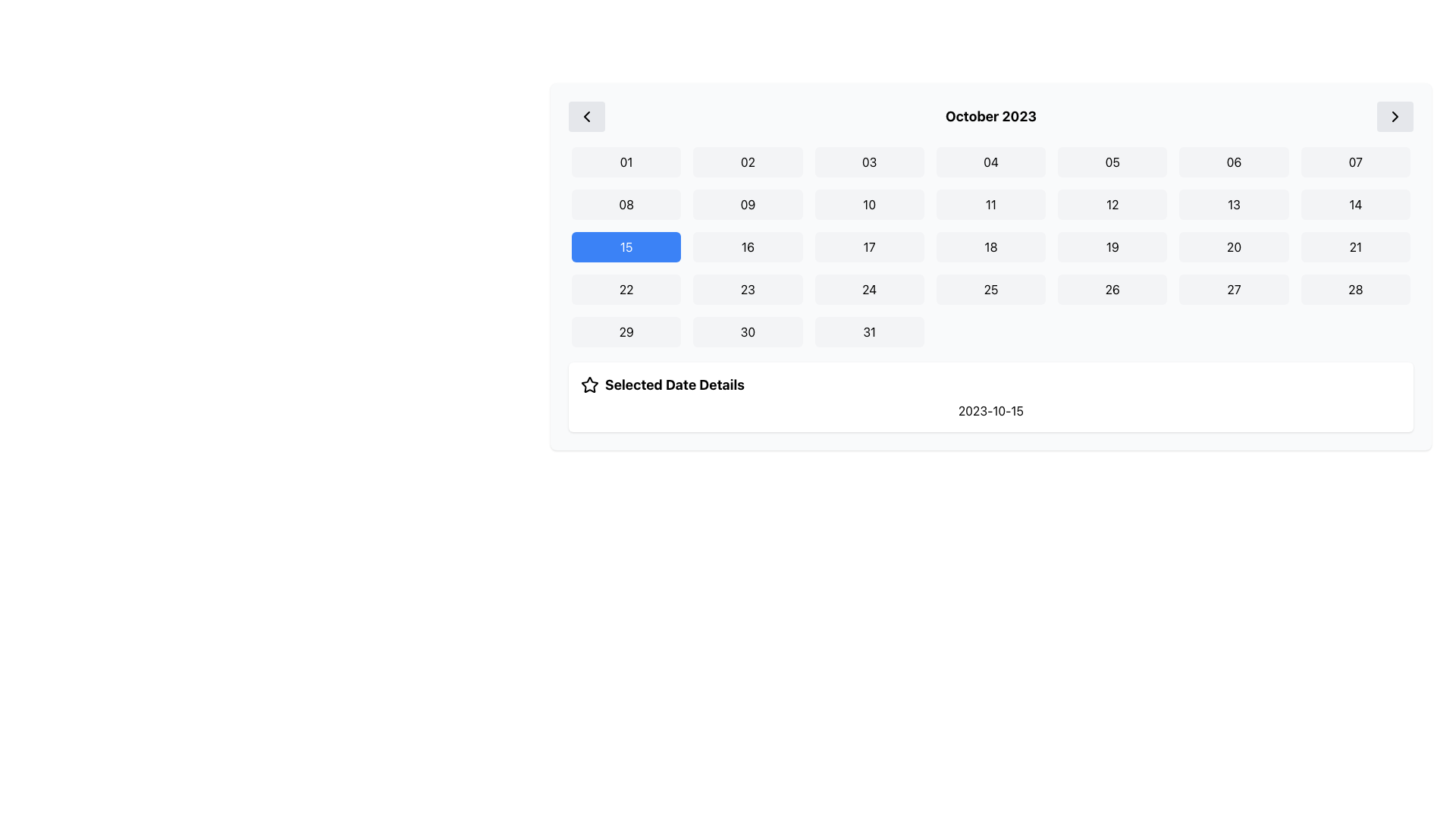 This screenshot has width=1456, height=819. What do you see at coordinates (1355, 162) in the screenshot?
I see `the button labeled '07' in the calendar interface` at bounding box center [1355, 162].